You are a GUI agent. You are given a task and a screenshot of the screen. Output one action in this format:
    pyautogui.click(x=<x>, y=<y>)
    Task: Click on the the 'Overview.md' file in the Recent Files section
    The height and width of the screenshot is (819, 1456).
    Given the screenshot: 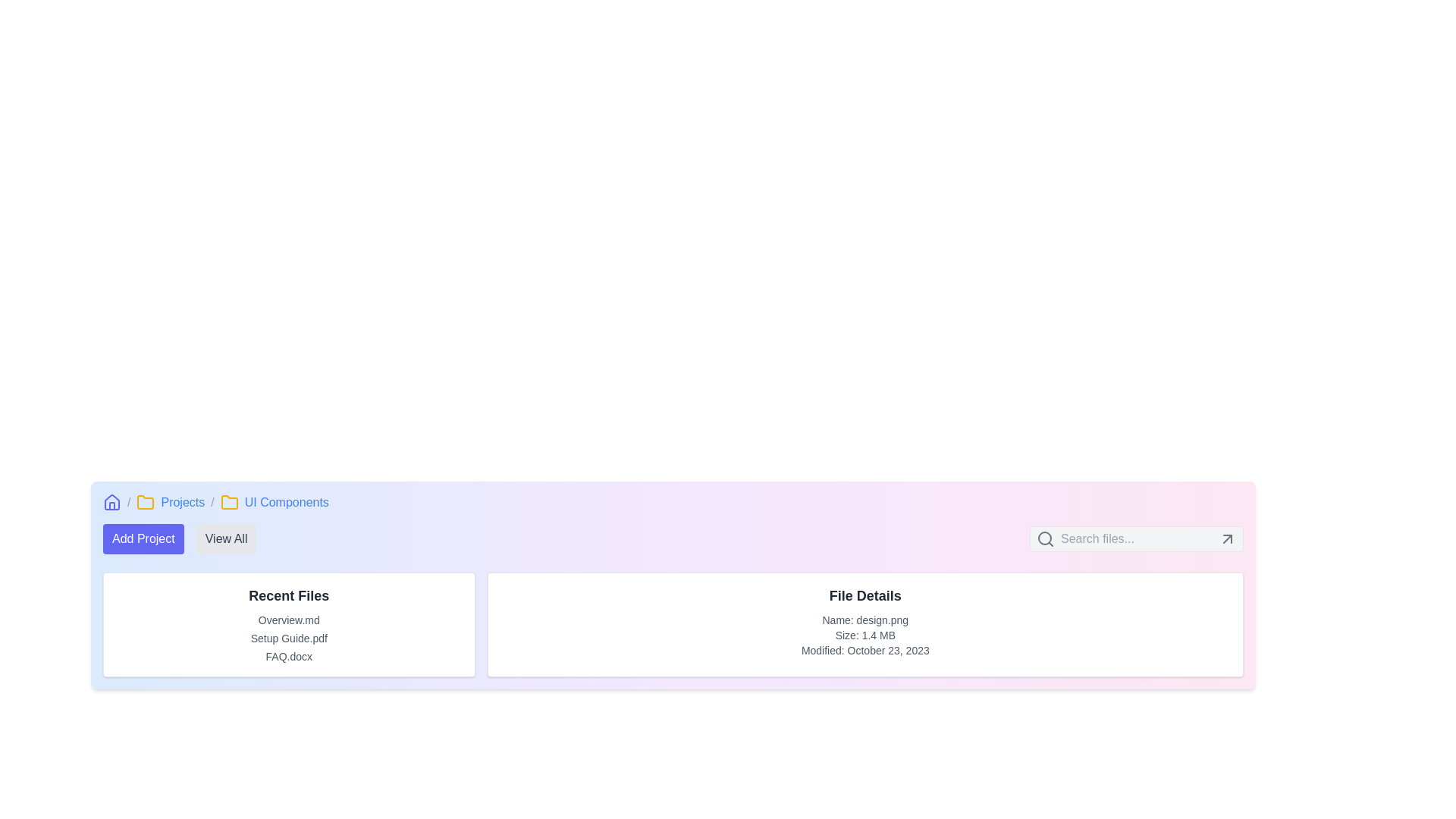 What is the action you would take?
    pyautogui.click(x=288, y=620)
    